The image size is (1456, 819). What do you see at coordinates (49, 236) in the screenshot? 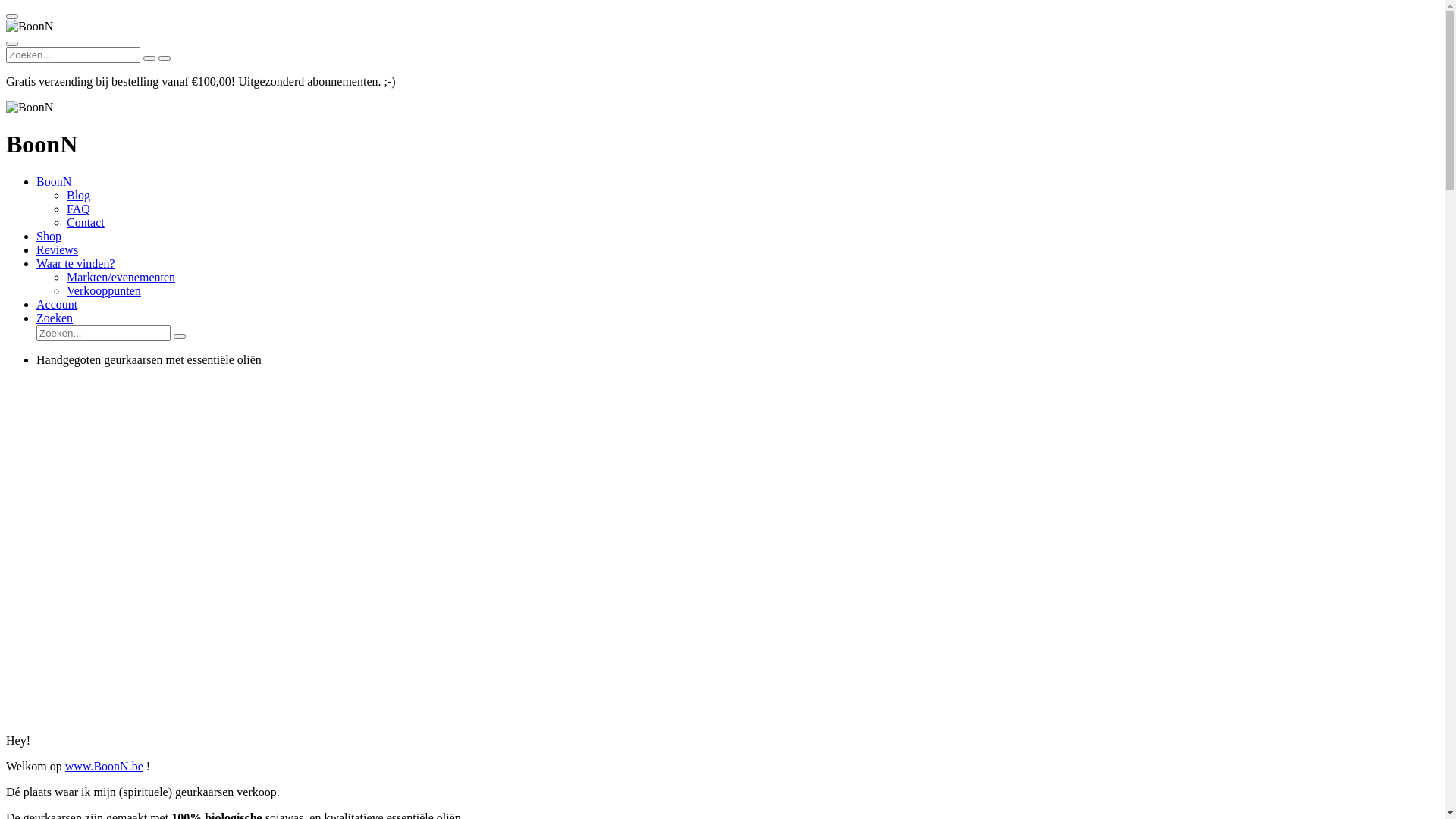
I see `'Shop'` at bounding box center [49, 236].